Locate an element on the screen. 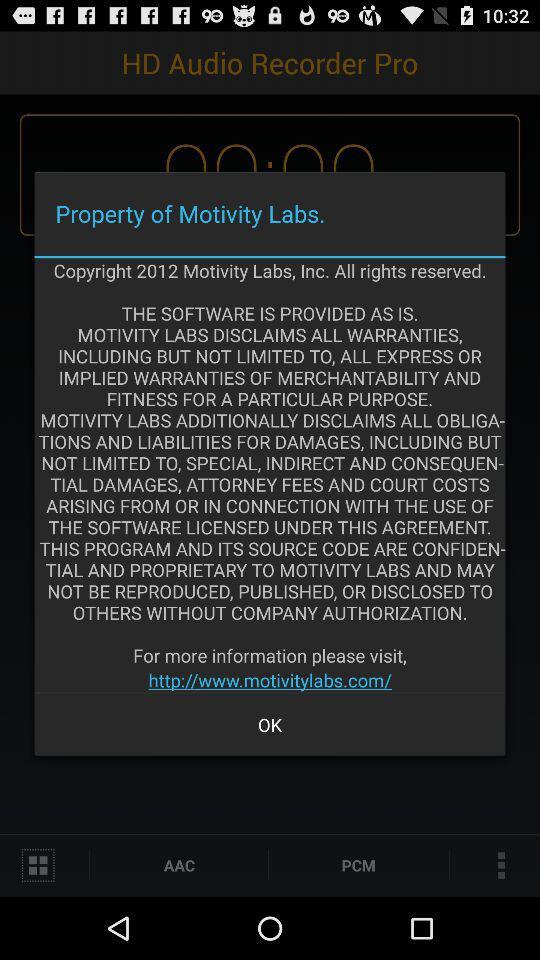 The height and width of the screenshot is (960, 540). app below http www motivitylabs item is located at coordinates (270, 723).